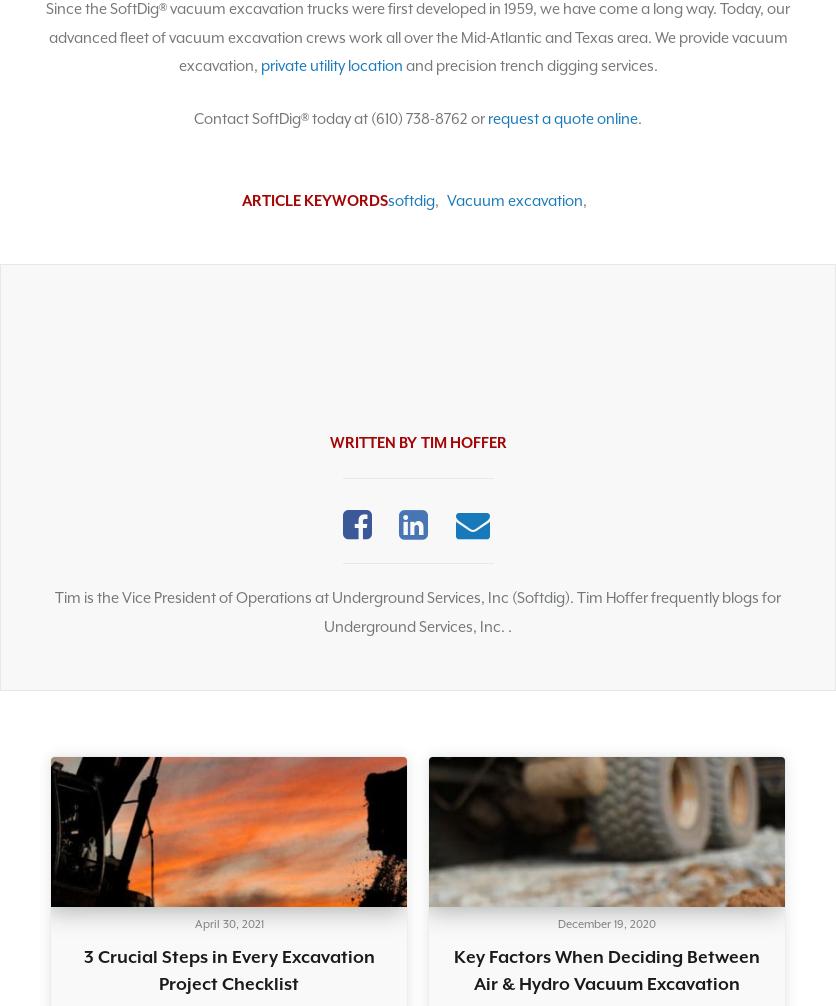 Image resolution: width=836 pixels, height=1006 pixels. Describe the element at coordinates (314, 200) in the screenshot. I see `'Article Keywords'` at that location.